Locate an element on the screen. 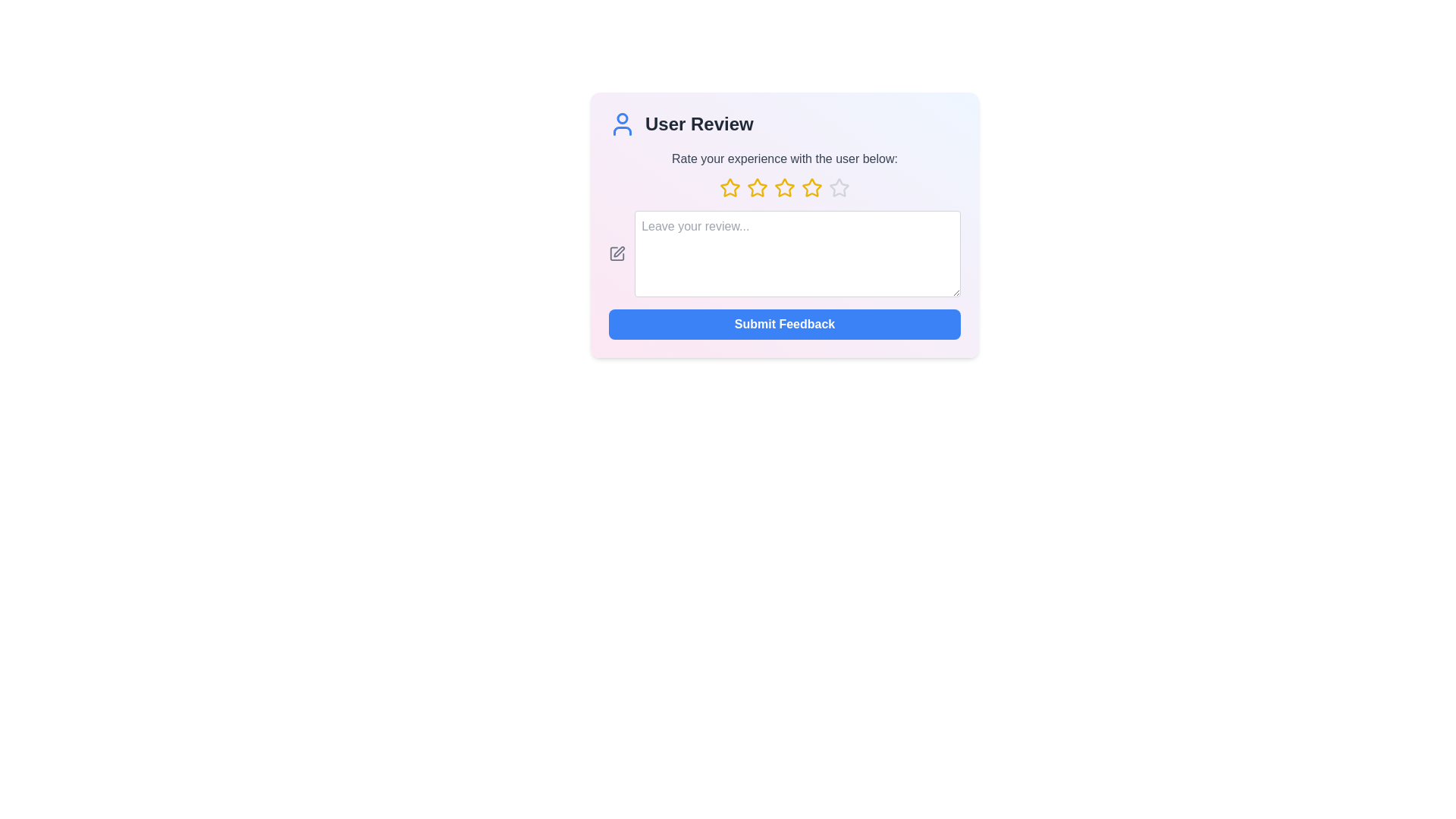 This screenshot has height=819, width=1456. the edit icon to interact with it is located at coordinates (617, 253).